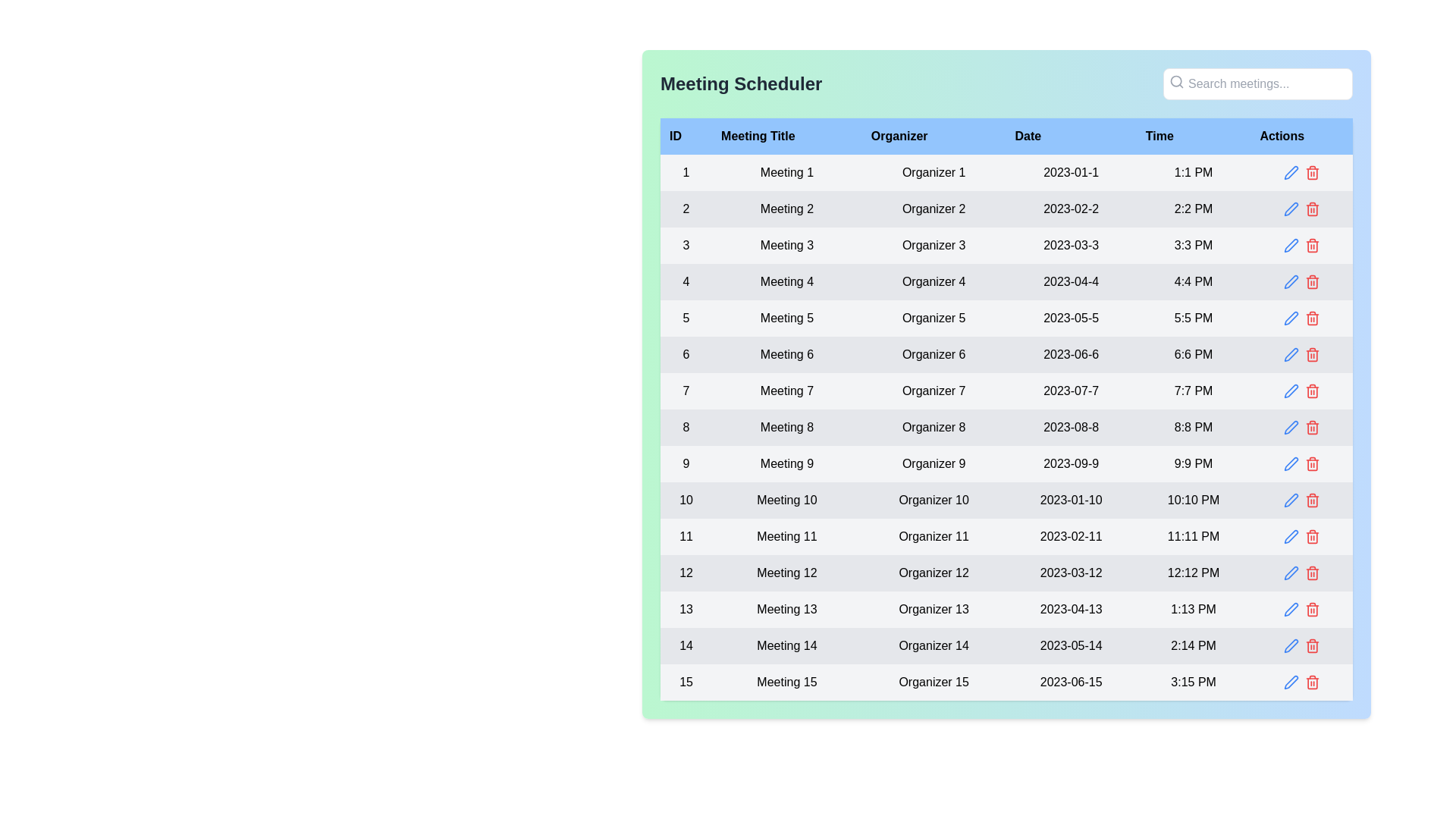 The width and height of the screenshot is (1456, 819). What do you see at coordinates (1301, 354) in the screenshot?
I see `the red trash bin button in the 'Actions' column of the sixth row, aligned with 'Meeting 6' dated '2023-06-6', to initiate a delete action` at bounding box center [1301, 354].